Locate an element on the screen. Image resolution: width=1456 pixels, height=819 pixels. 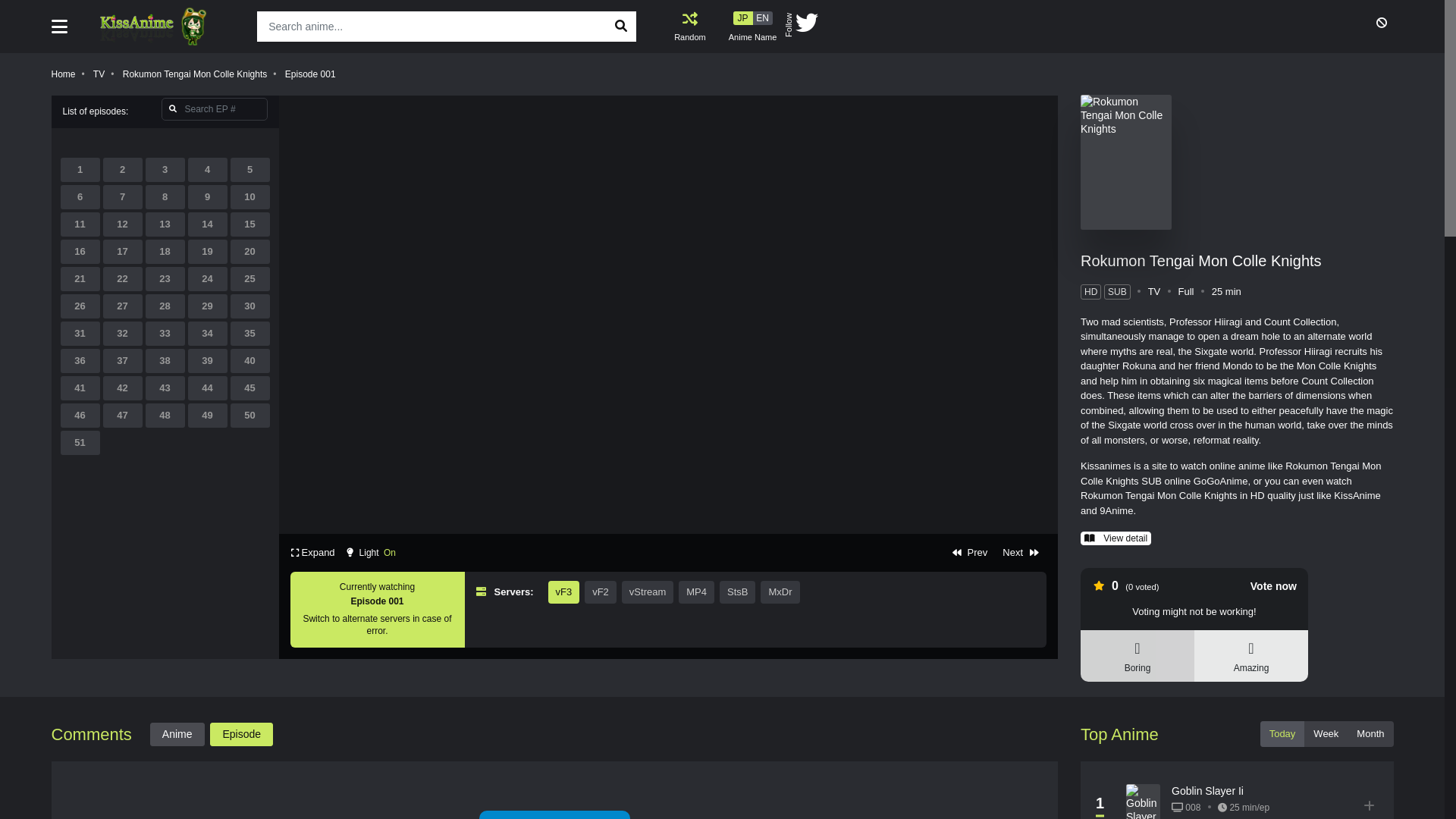
'Random' is located at coordinates (689, 26).